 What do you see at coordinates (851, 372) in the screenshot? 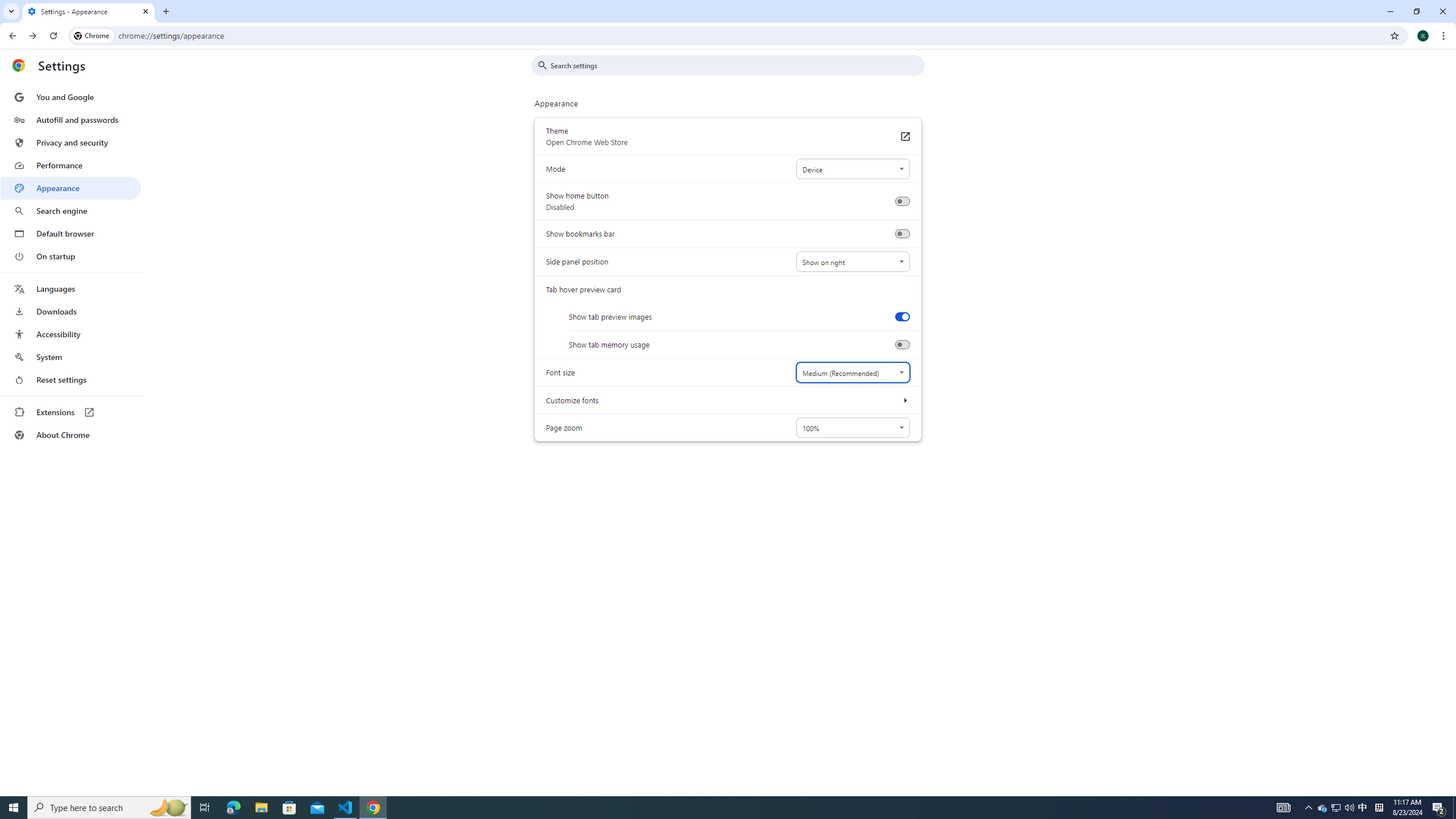
I see `'Font size'` at bounding box center [851, 372].